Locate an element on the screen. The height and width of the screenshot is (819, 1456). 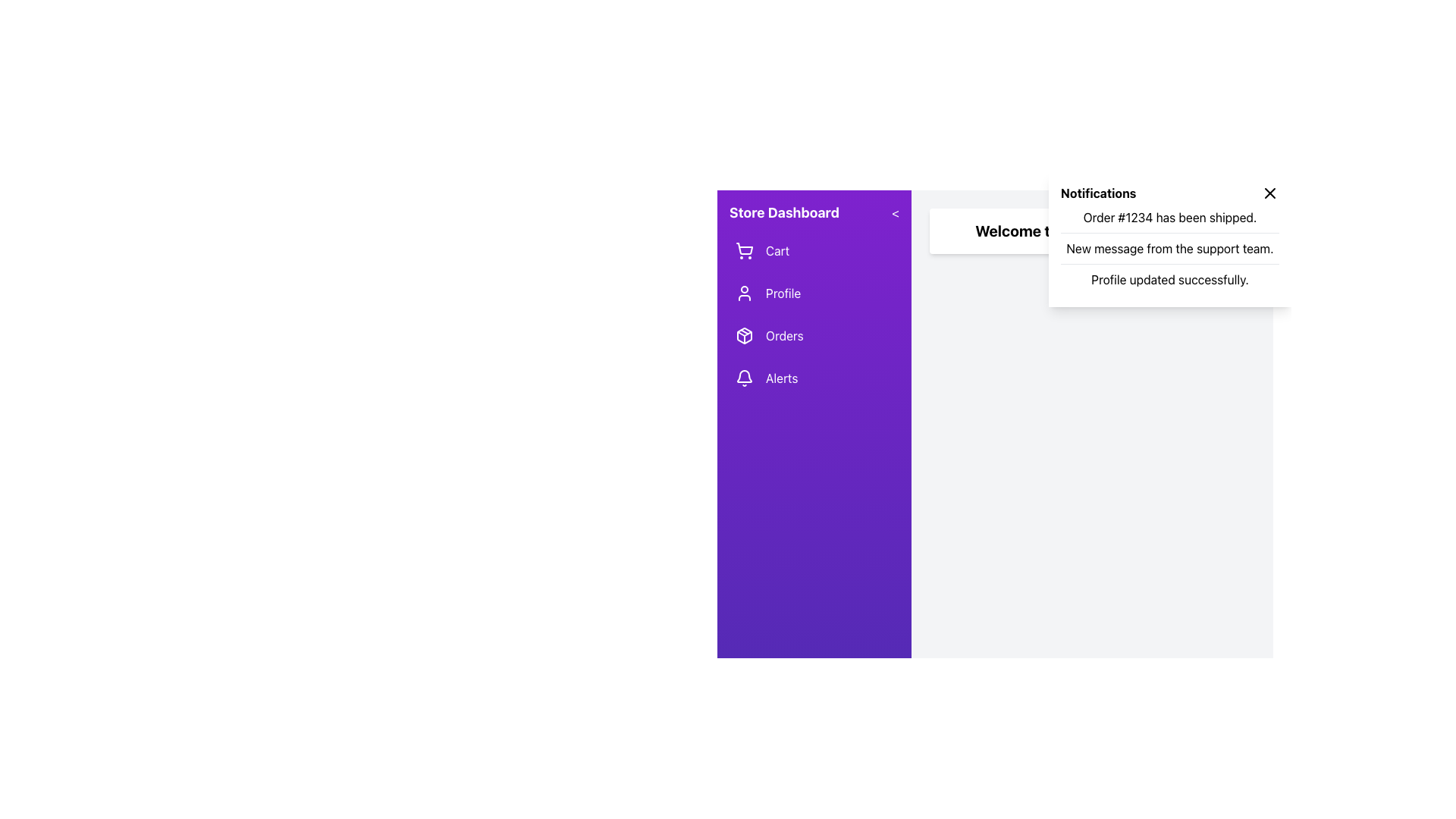
the white bell icon on the purple background in the Alerts menu located on the left sidebar is located at coordinates (745, 377).